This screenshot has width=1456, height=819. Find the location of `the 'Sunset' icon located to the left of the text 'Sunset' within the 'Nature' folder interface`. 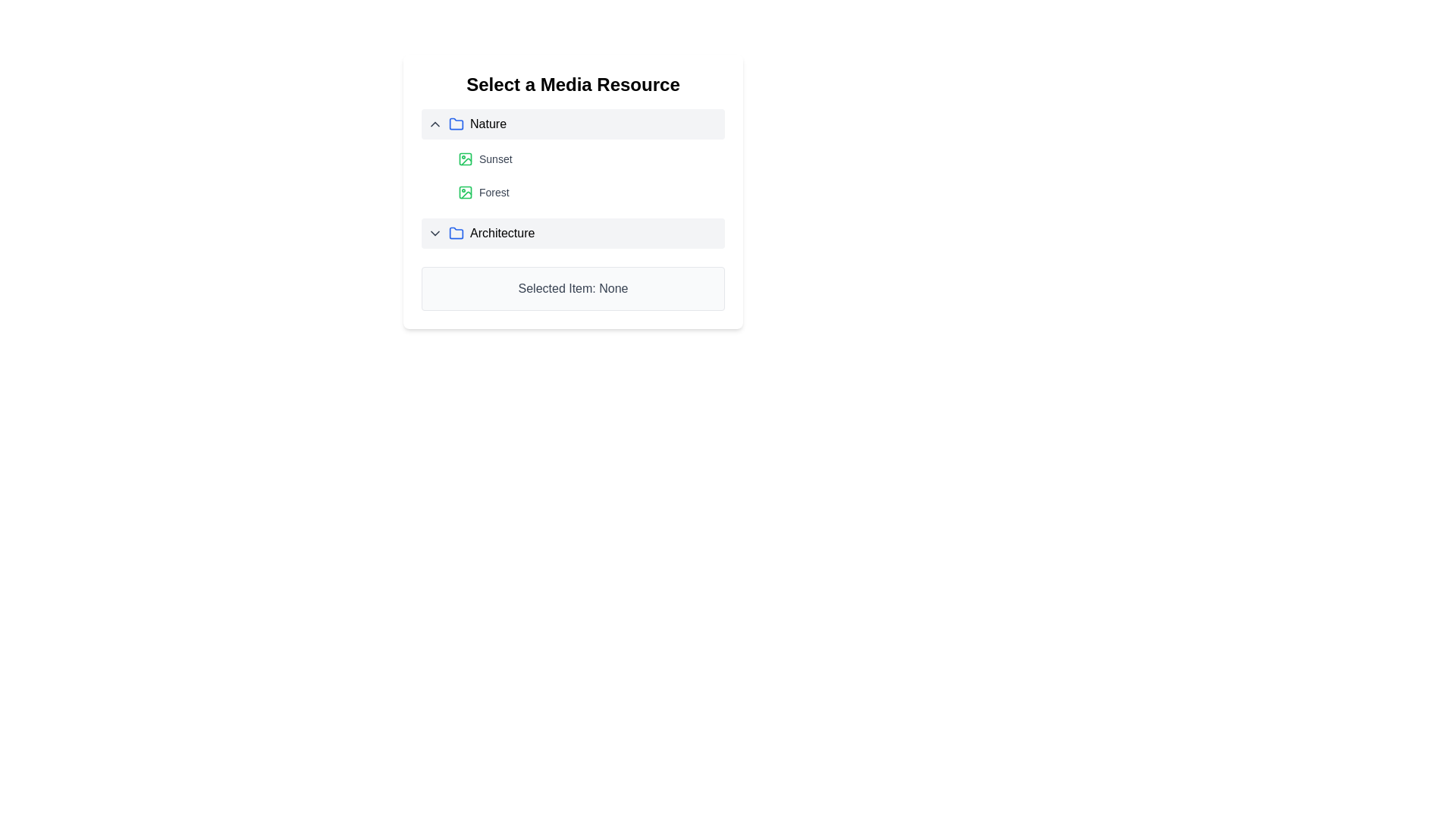

the 'Sunset' icon located to the left of the text 'Sunset' within the 'Nature' folder interface is located at coordinates (465, 158).